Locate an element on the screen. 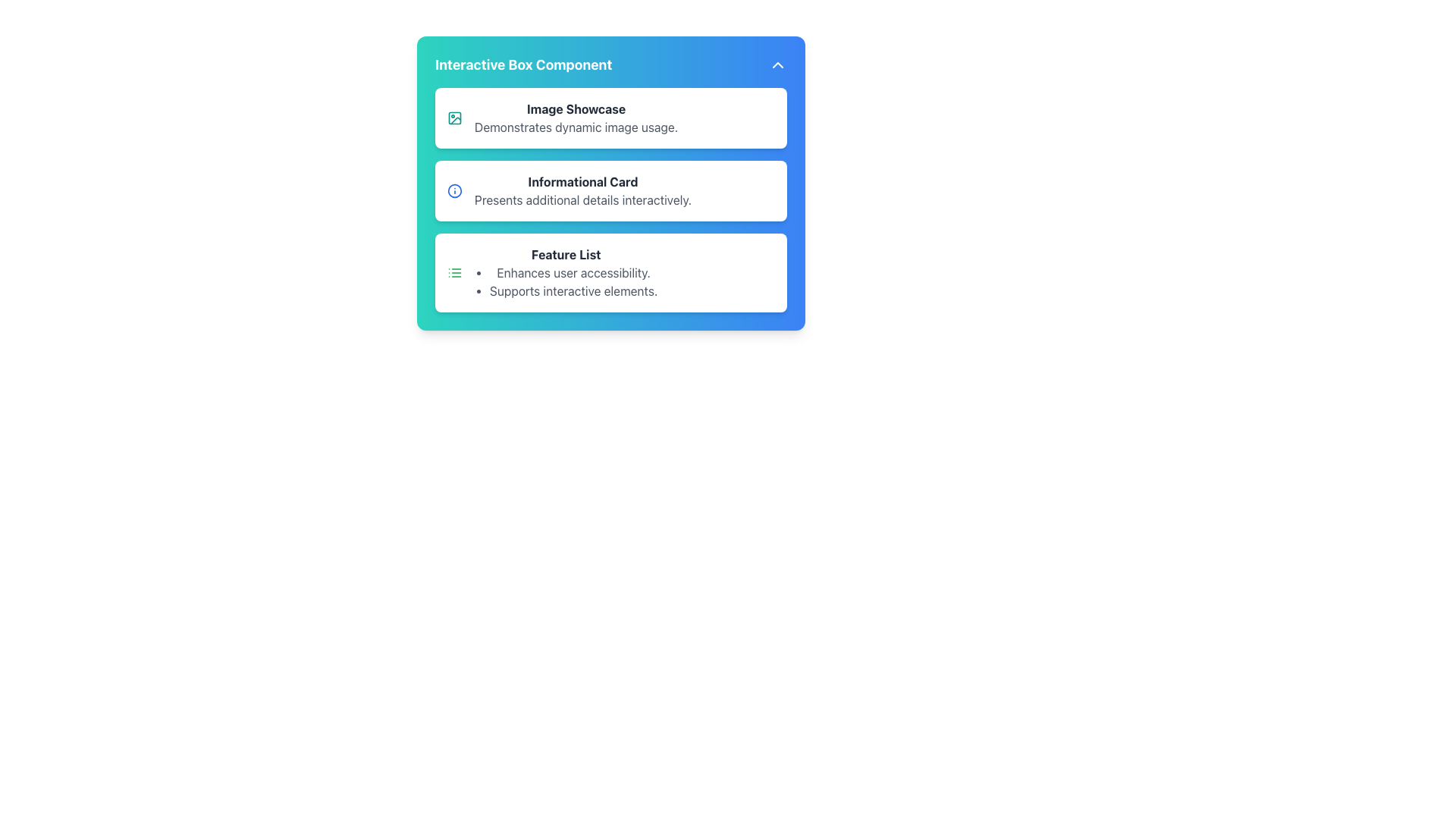  the informational icon located to the left of the text 'Informational Card' within the second card of the vertical stack is located at coordinates (454, 190).